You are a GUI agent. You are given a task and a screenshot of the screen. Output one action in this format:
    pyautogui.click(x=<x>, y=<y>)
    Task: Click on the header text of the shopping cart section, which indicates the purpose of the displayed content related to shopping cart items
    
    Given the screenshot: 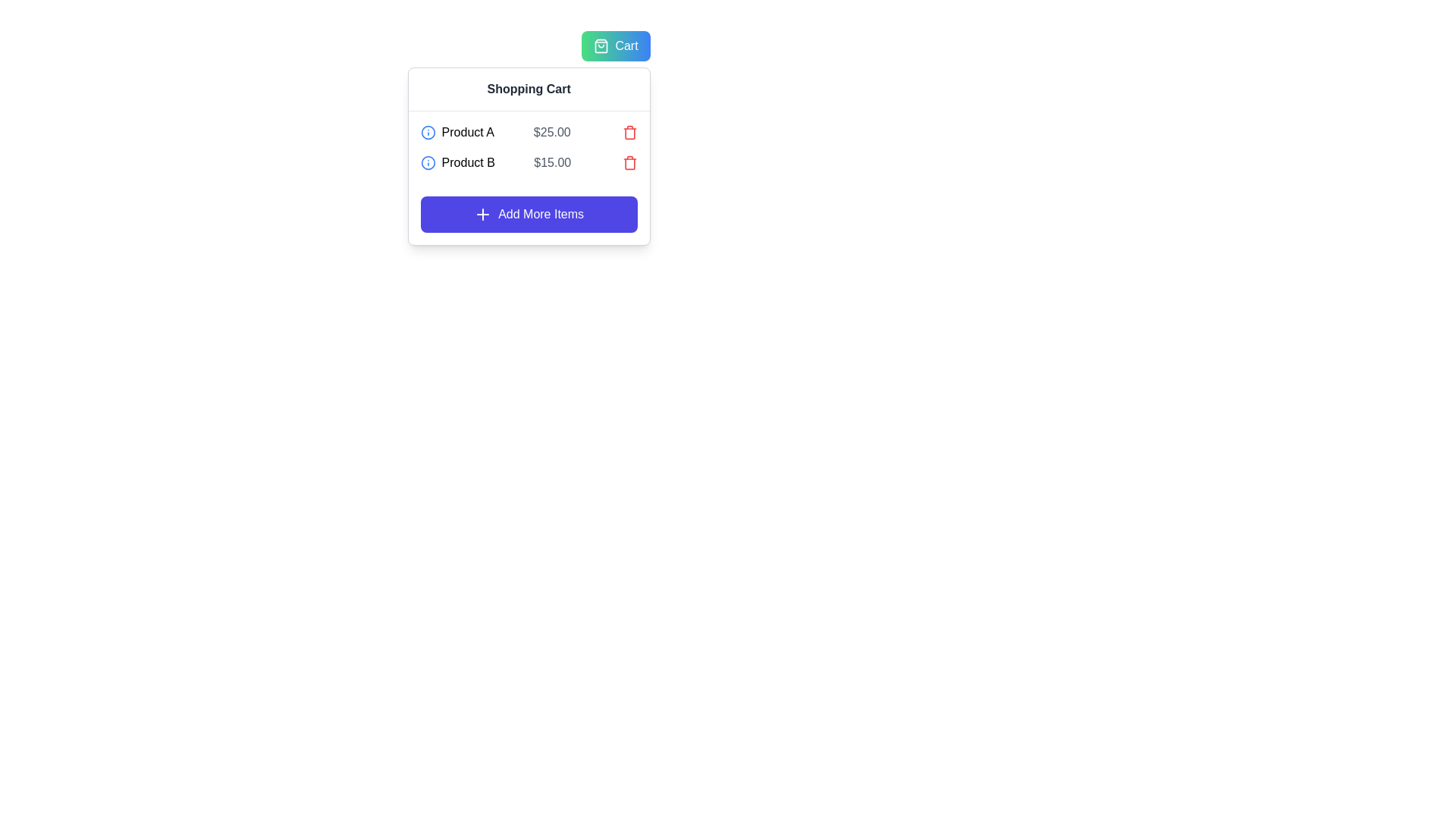 What is the action you would take?
    pyautogui.click(x=529, y=89)
    